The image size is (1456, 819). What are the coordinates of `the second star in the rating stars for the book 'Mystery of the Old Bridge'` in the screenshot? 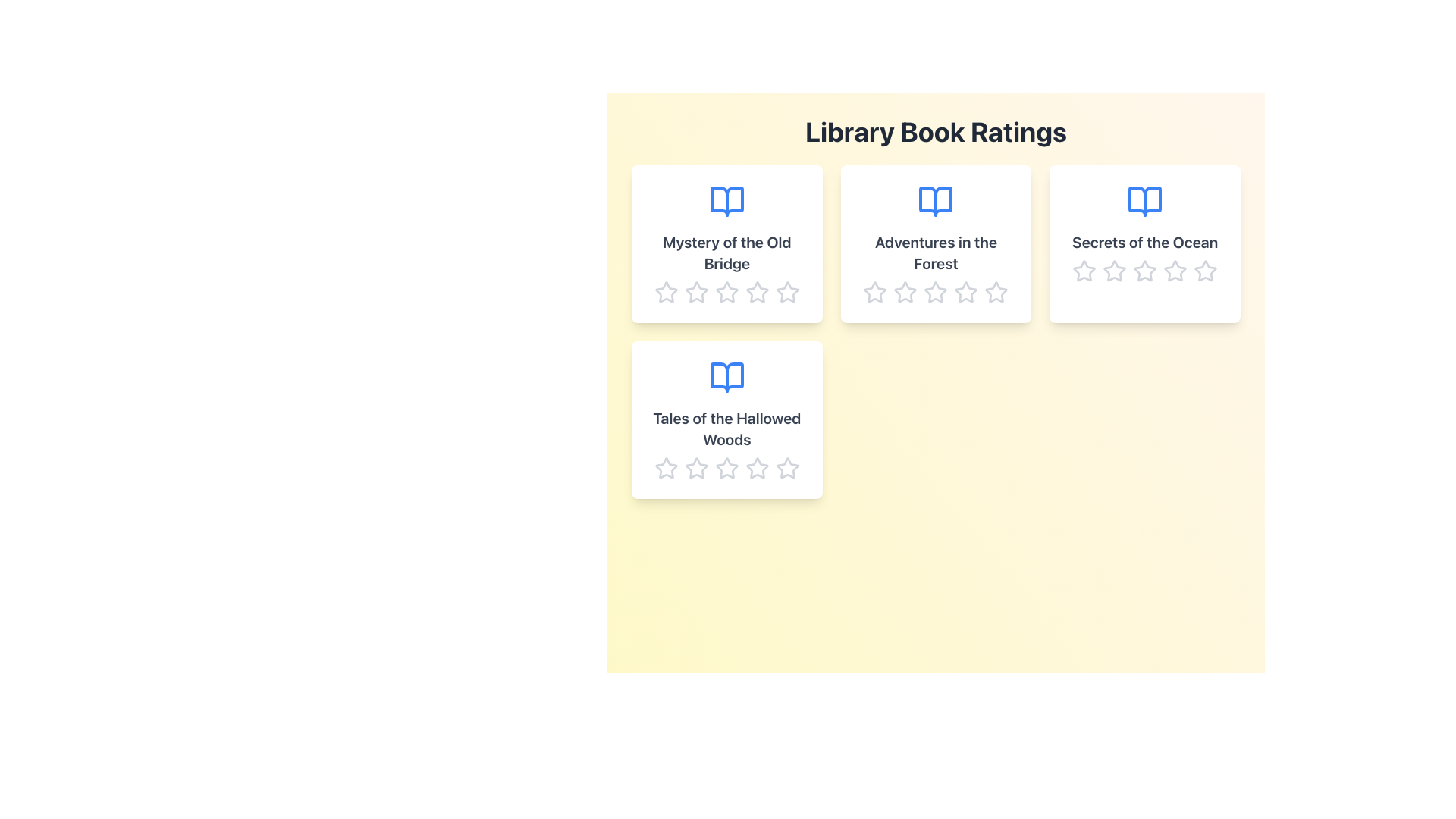 It's located at (787, 292).